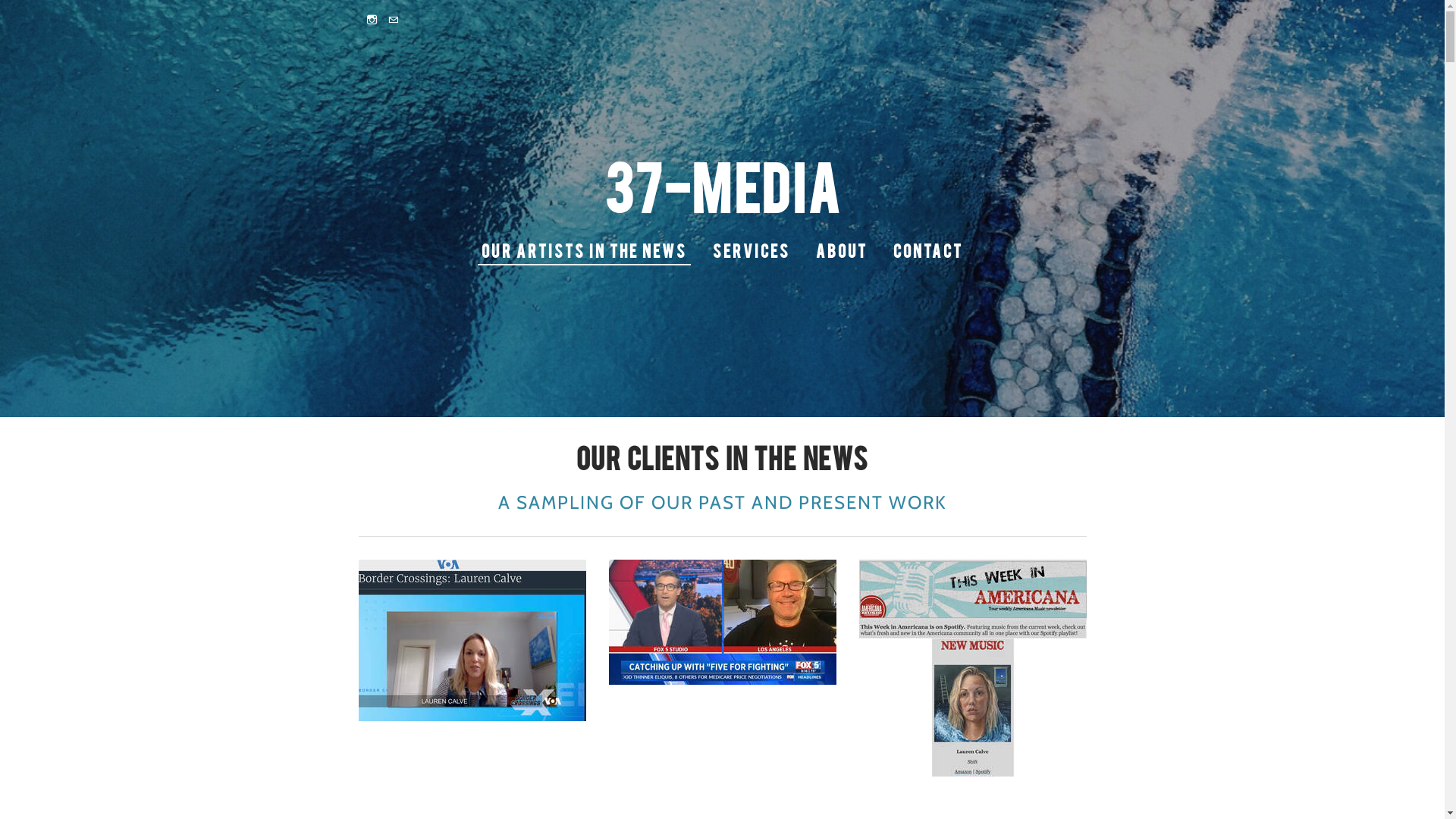 This screenshot has height=819, width=1456. I want to click on 'OUR ARTISTS IN THE NEWS', so click(583, 250).